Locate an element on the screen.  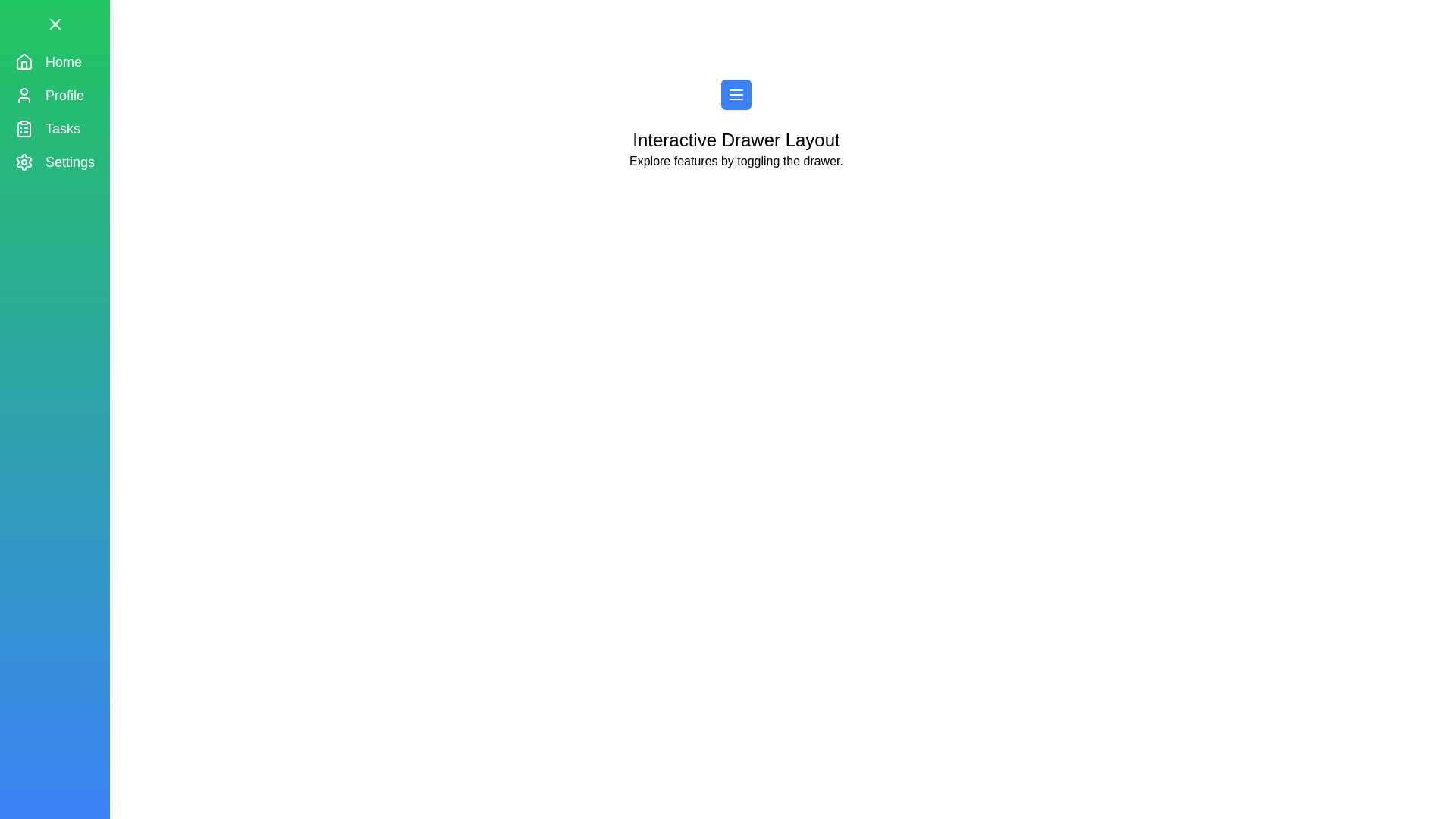
the close button at the top-left corner of the drawer to close it is located at coordinates (55, 24).